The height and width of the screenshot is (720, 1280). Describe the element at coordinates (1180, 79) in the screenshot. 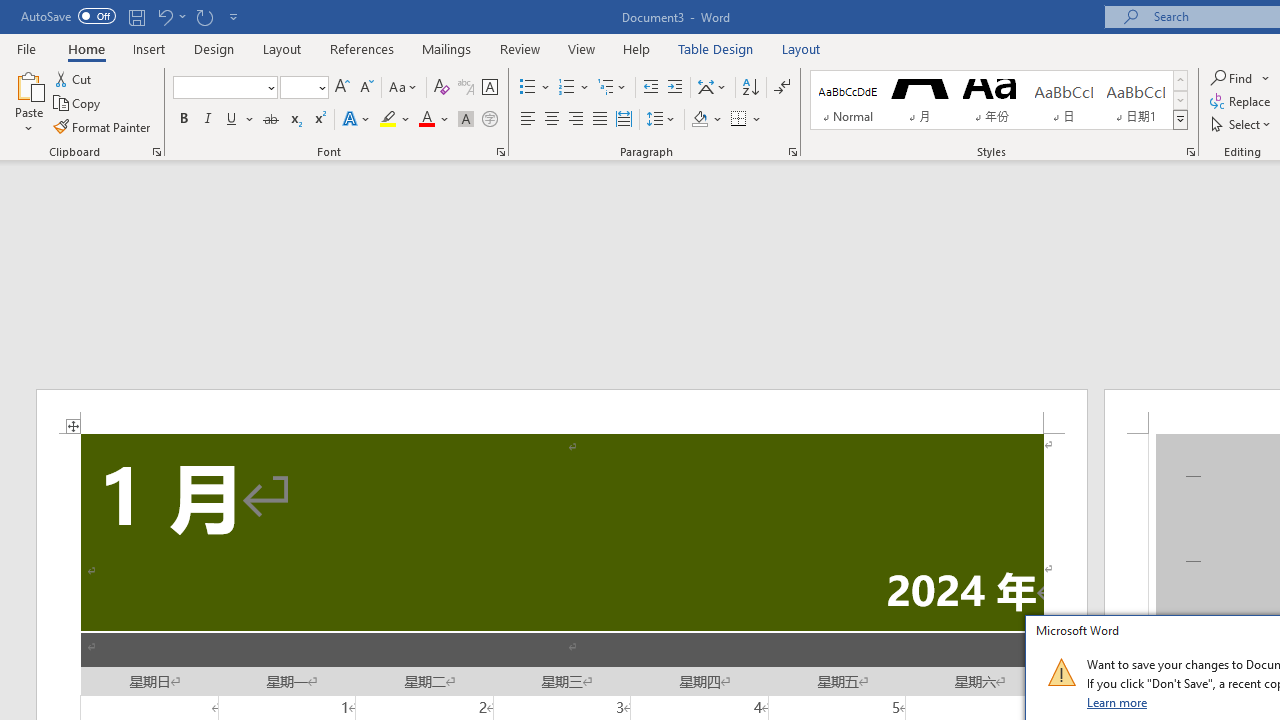

I see `'Row up'` at that location.